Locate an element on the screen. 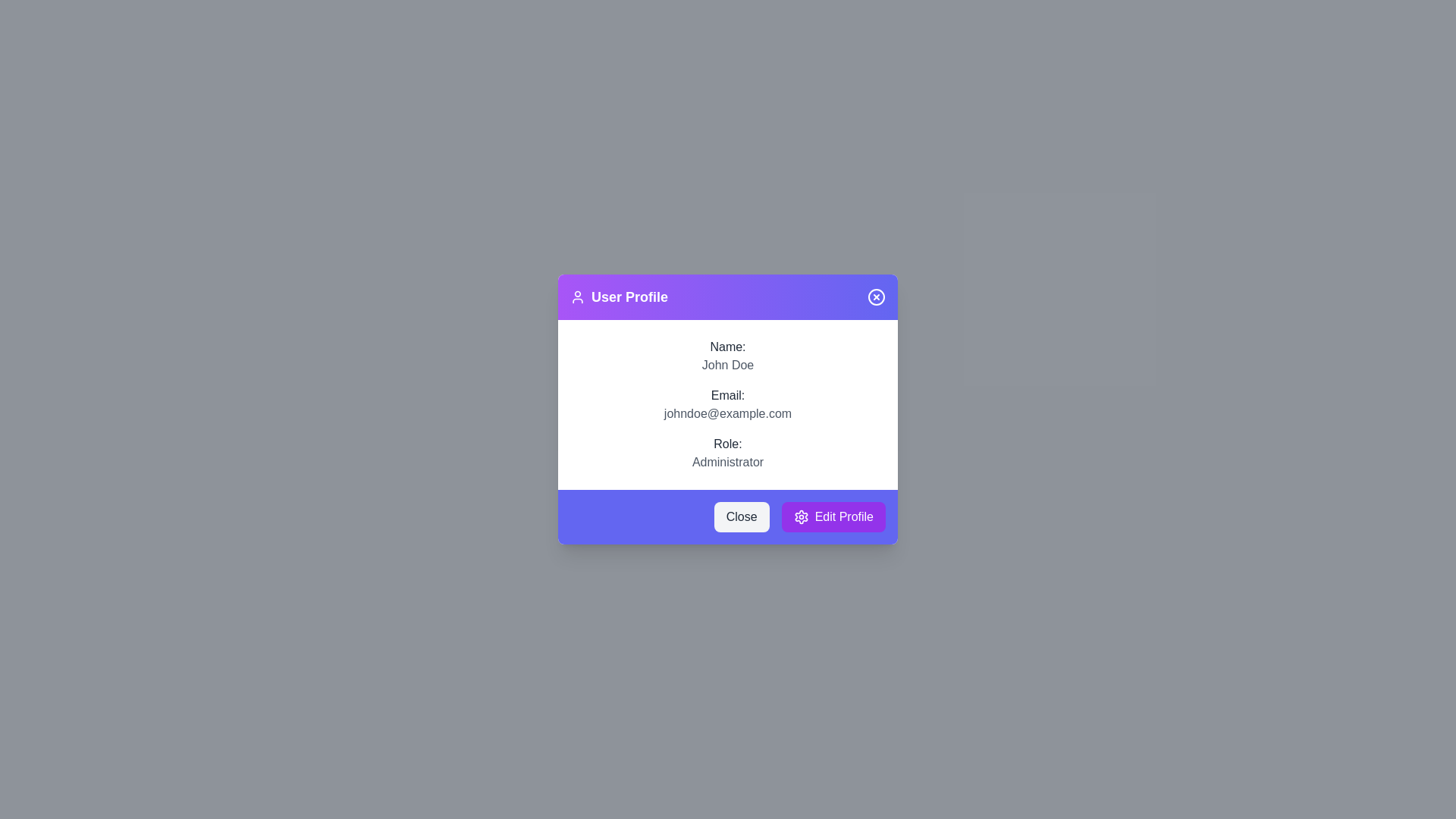  user details displayed in the Information display section located in the 'User Profile' dialog box, which includes the user's name, email, and role is located at coordinates (728, 403).